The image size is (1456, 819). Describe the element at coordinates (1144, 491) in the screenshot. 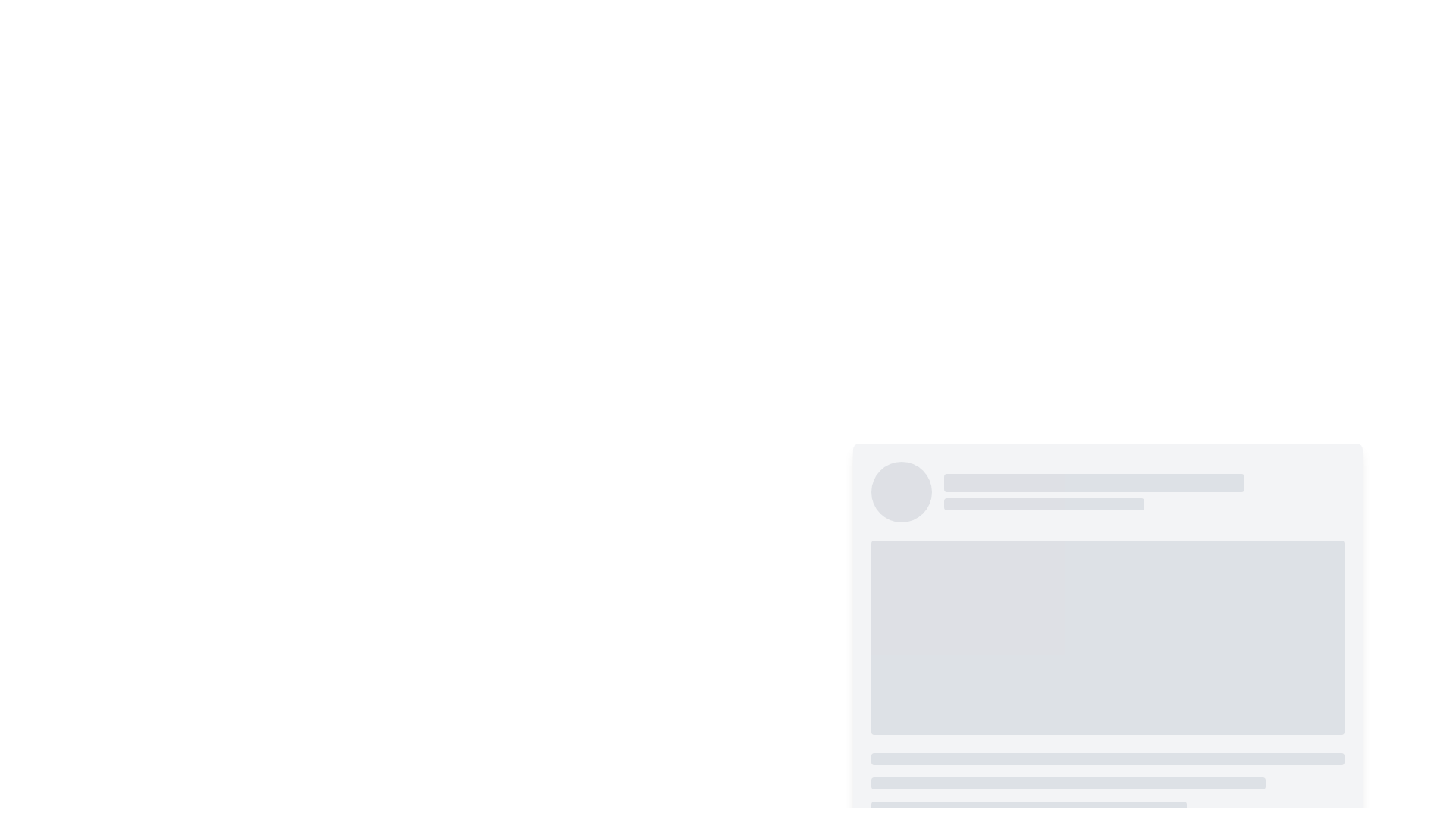

I see `the Placeholder component, which consists of two horizontal, rounded rectangles with a light gray background, located to the right of a circular placeholder` at that location.